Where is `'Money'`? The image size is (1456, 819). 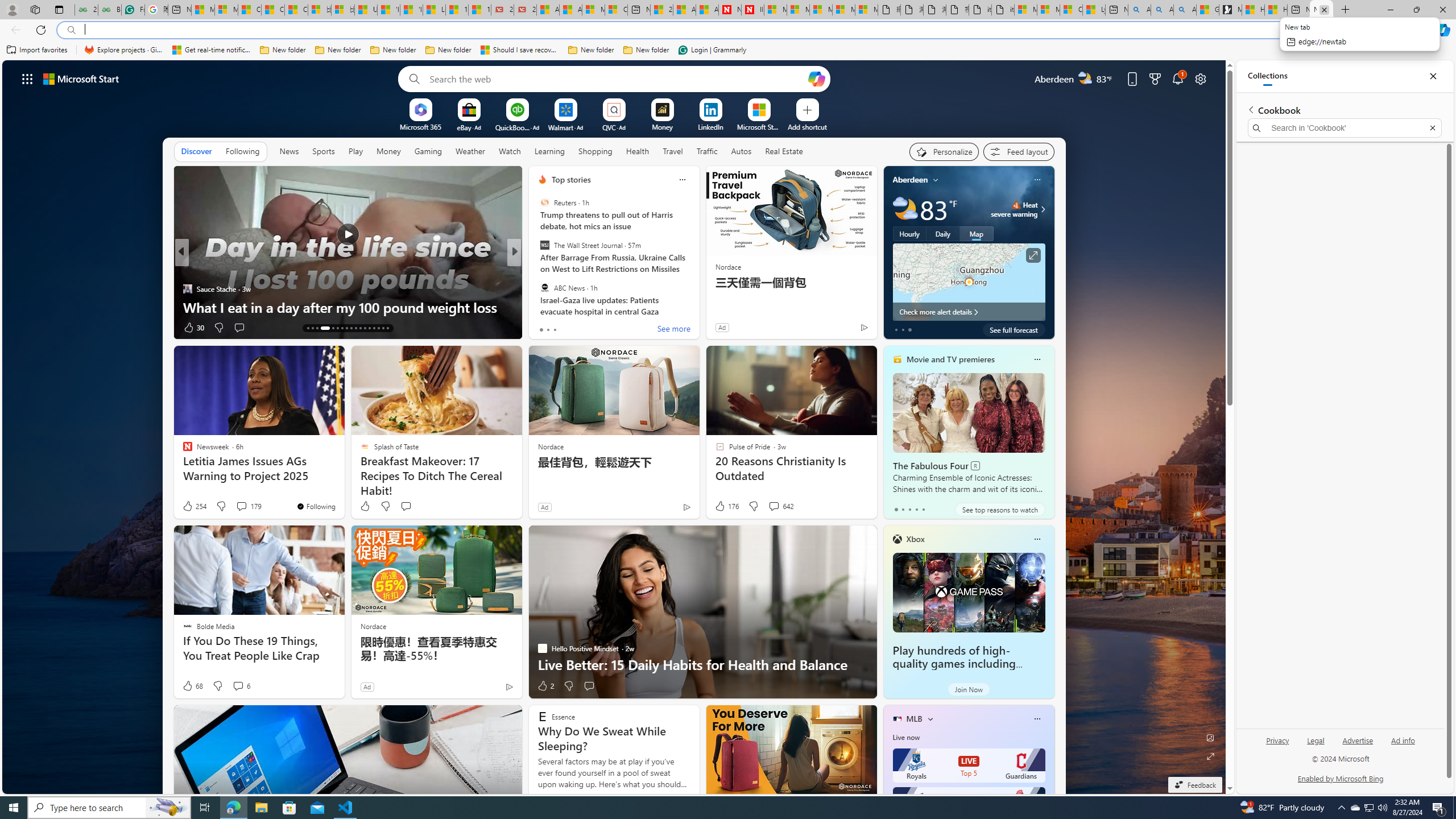
'Money' is located at coordinates (388, 151).